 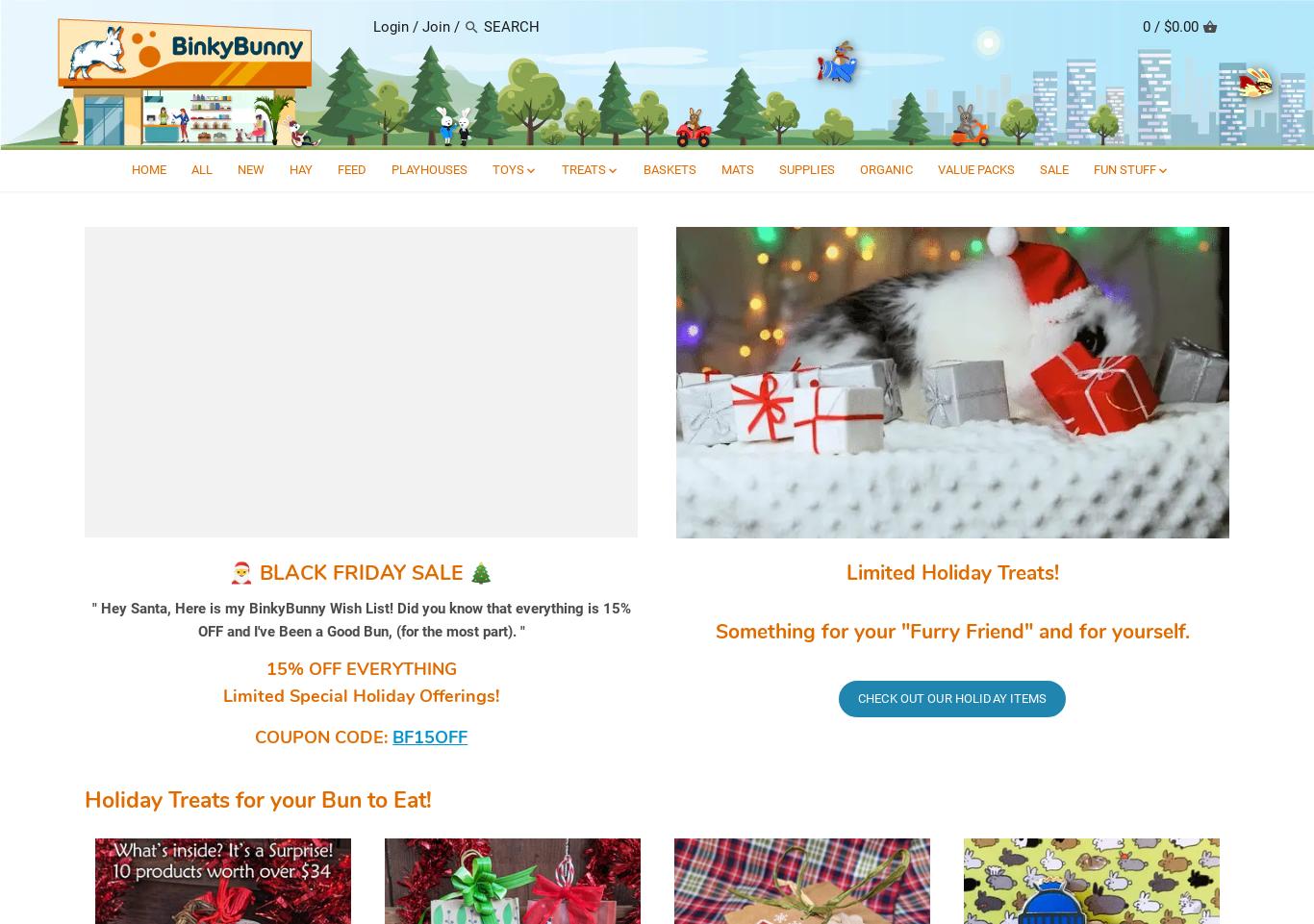 What do you see at coordinates (951, 573) in the screenshot?
I see `'Limited Holiday Treats!'` at bounding box center [951, 573].